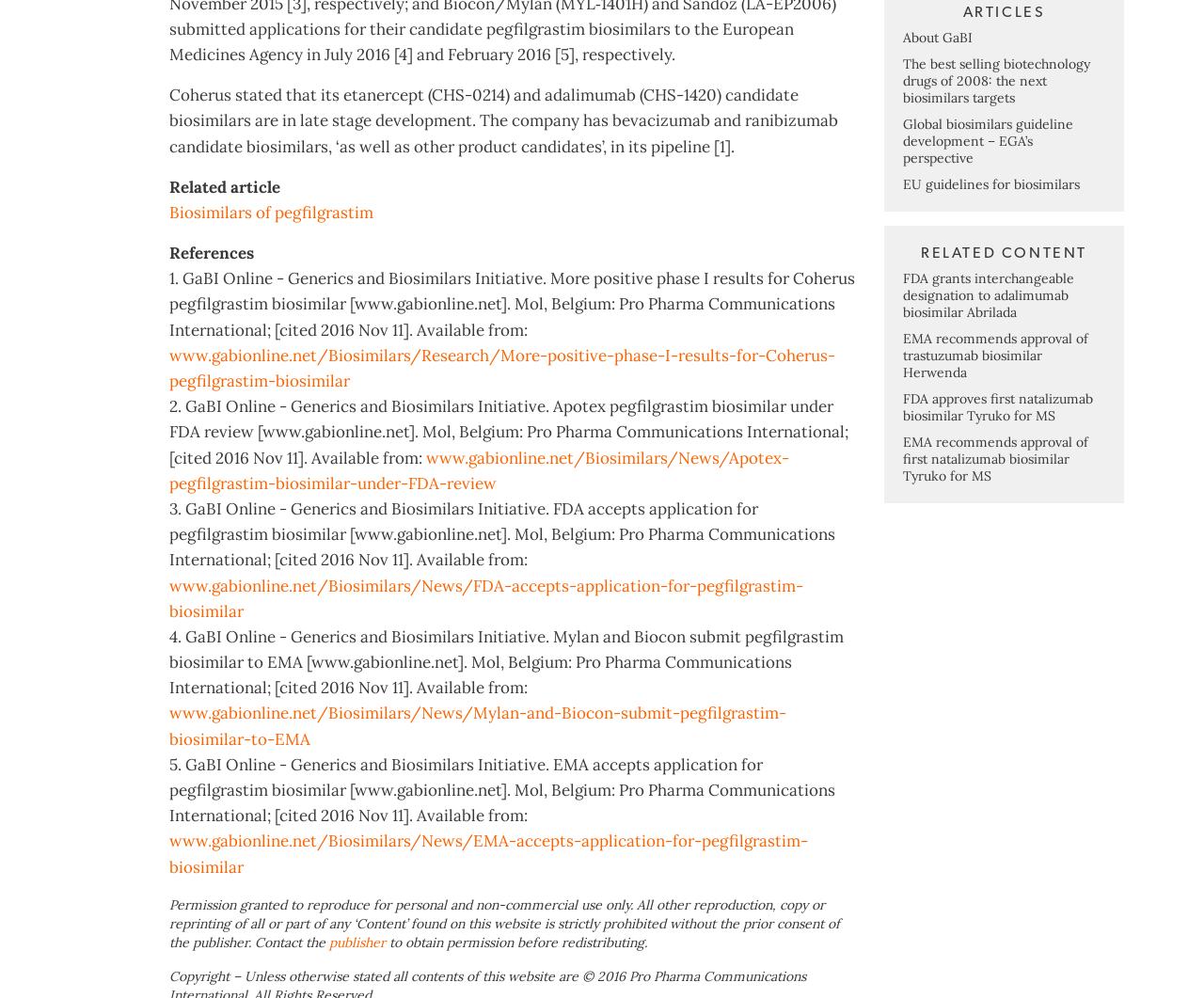  What do you see at coordinates (996, 480) in the screenshot?
I see `'FDA approves first natalizumab biosimilar Tyruko for MS'` at bounding box center [996, 480].